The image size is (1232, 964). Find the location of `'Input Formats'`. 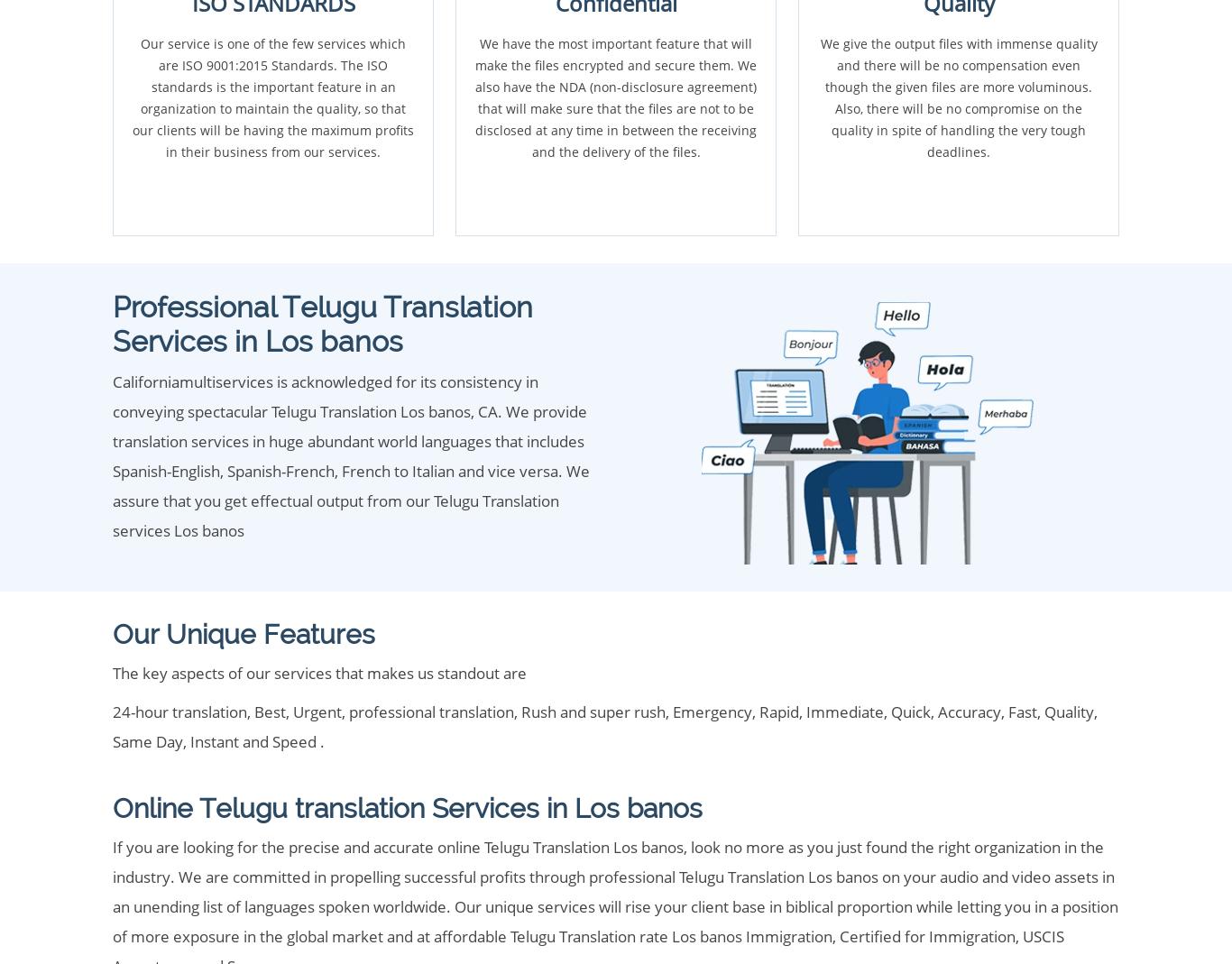

'Input Formats' is located at coordinates (168, 679).